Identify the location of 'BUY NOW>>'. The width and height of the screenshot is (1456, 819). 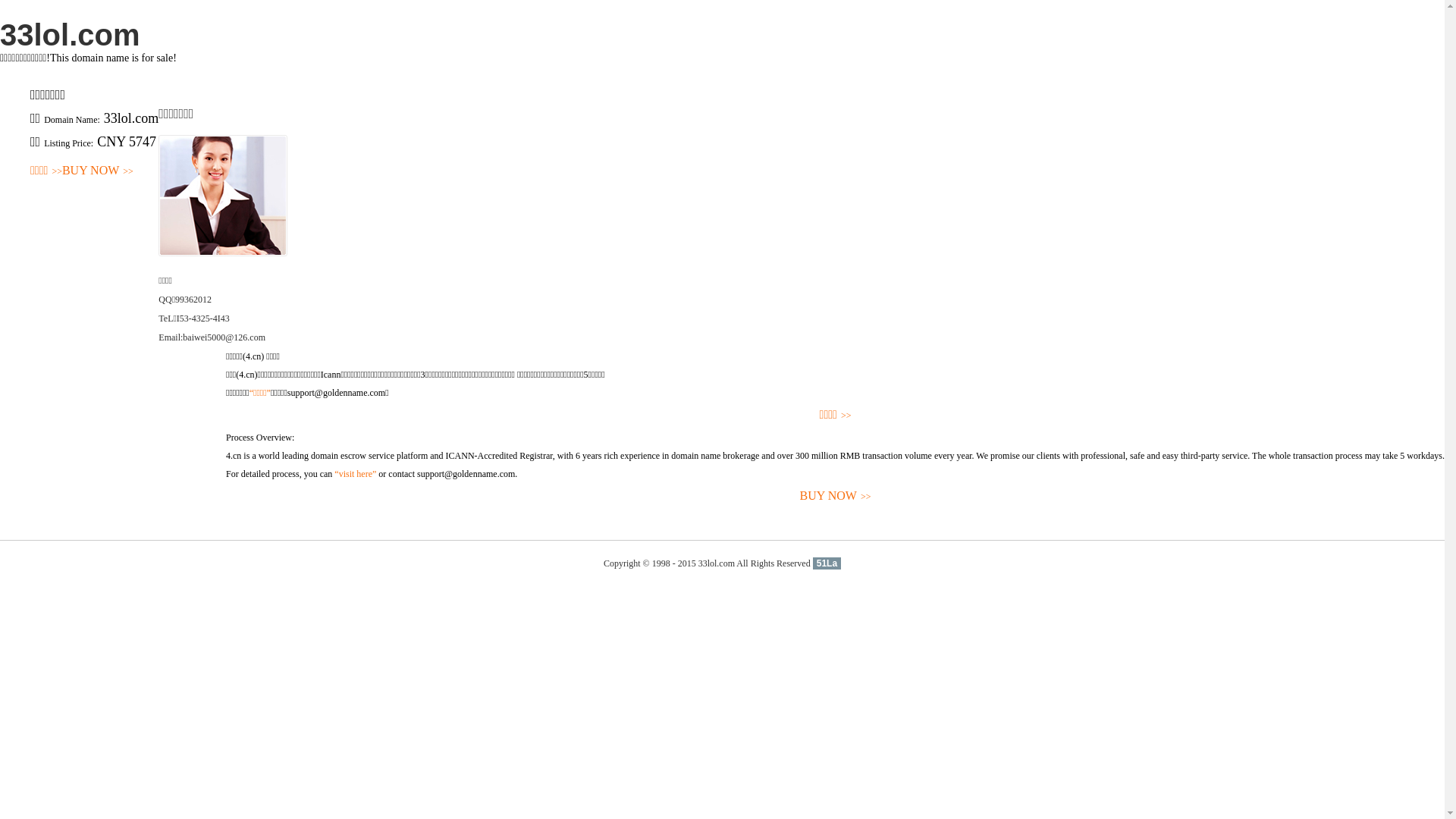
(97, 171).